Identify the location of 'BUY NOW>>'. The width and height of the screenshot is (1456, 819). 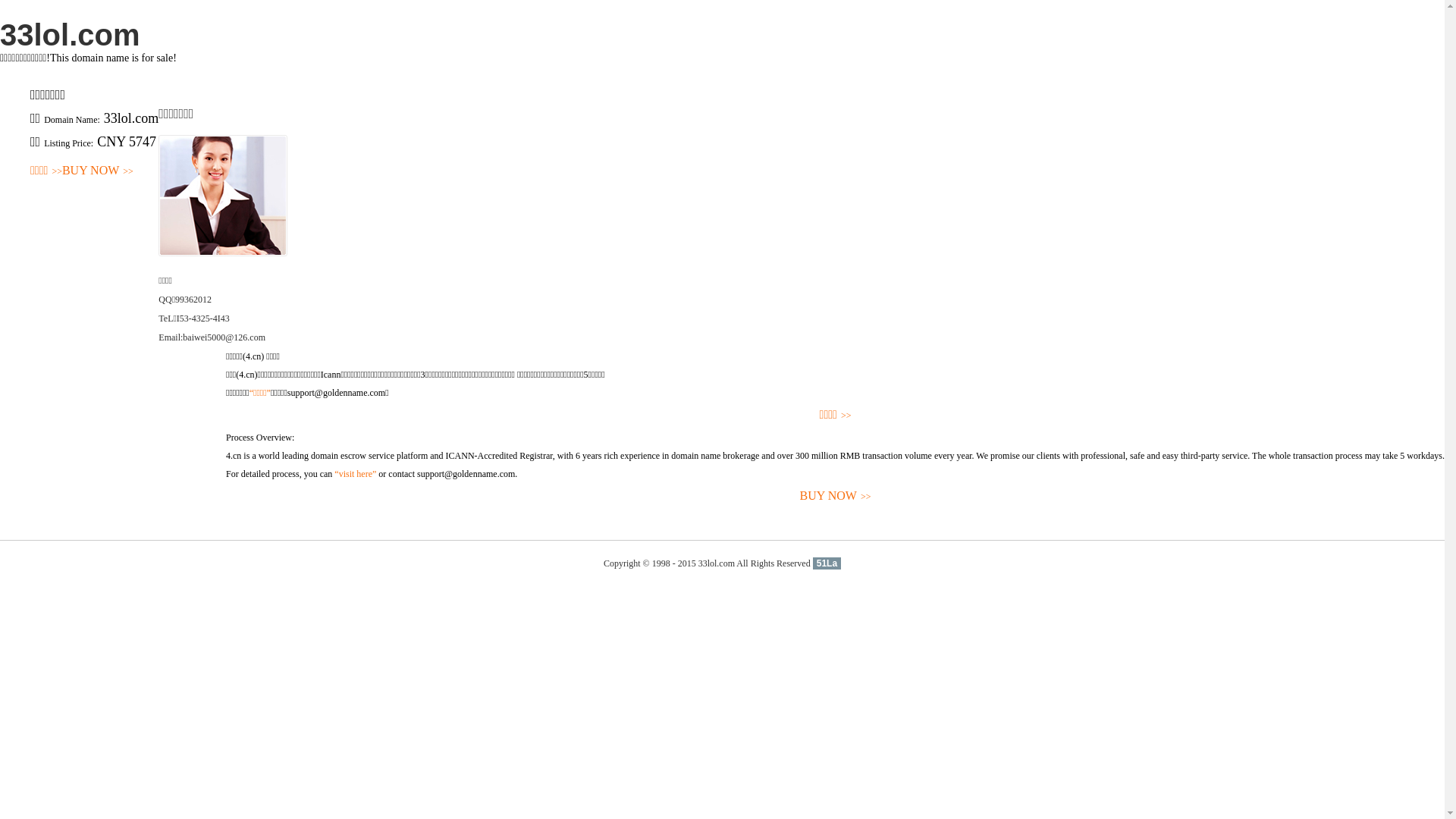
(97, 171).